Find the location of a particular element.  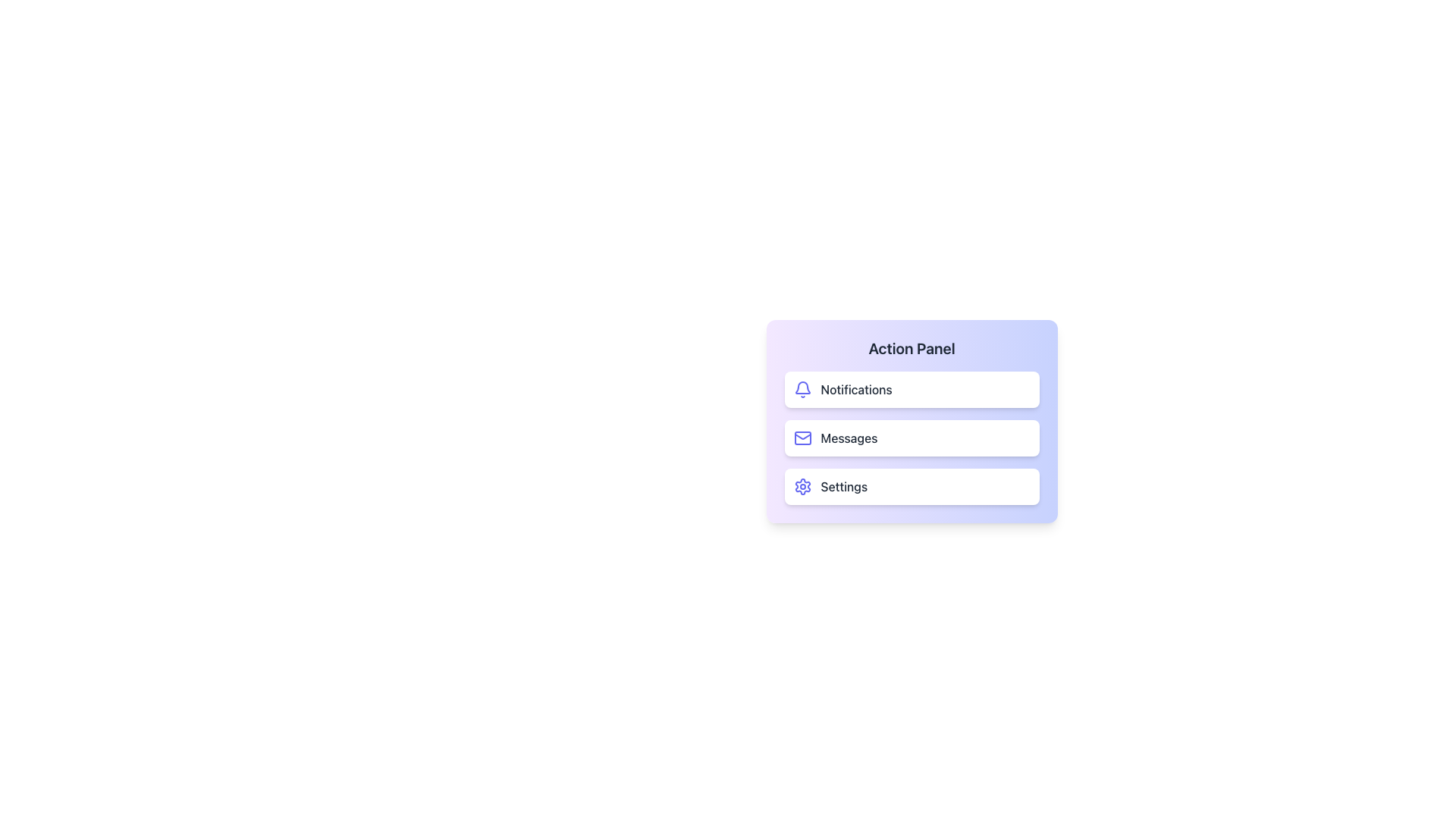

the 'Notifications' text label, which is the first entry in the vertically aligned list under 'Action Panel', located to the right of the bell icon is located at coordinates (856, 388).